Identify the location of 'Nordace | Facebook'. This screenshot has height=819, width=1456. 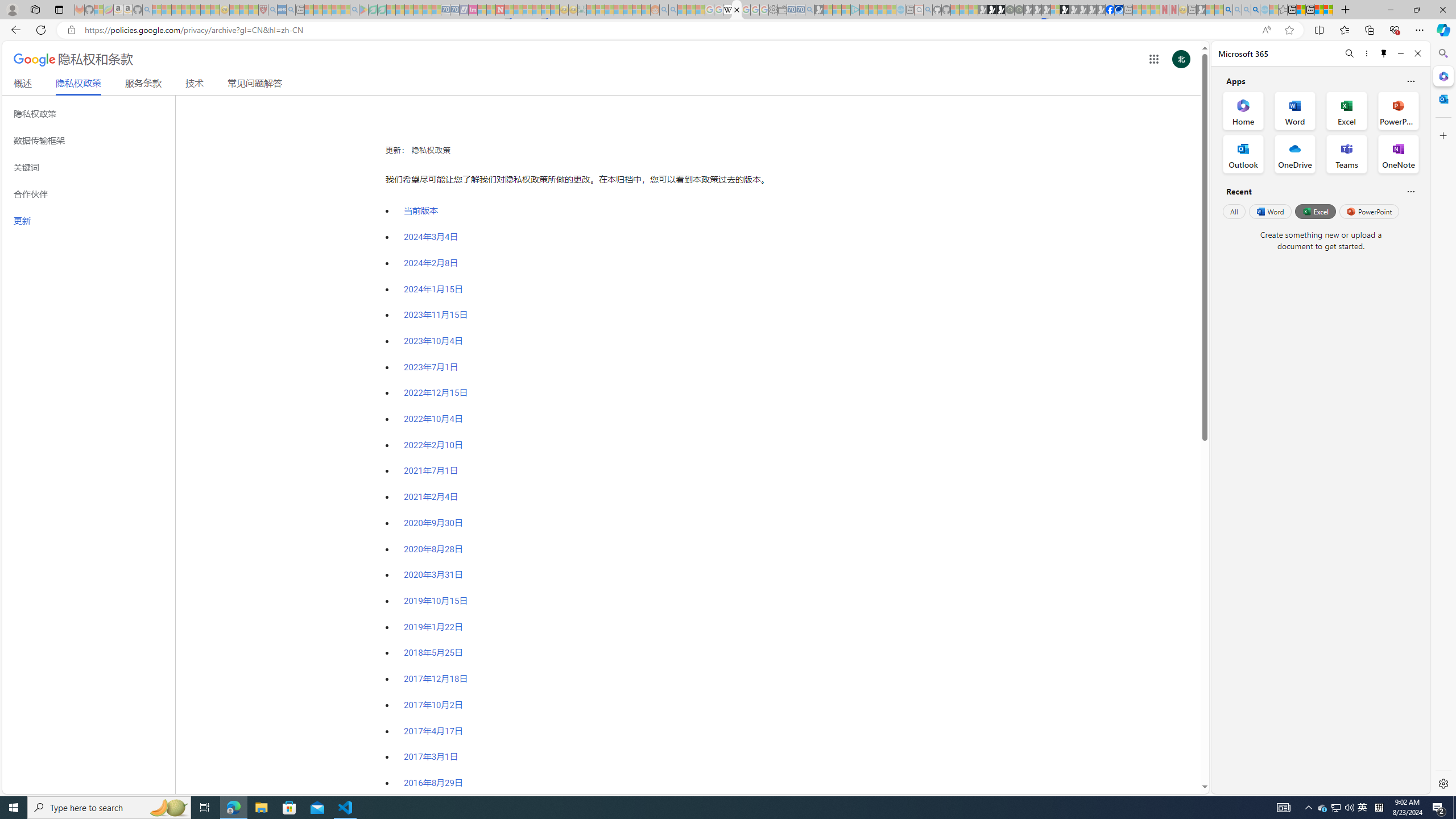
(1110, 9).